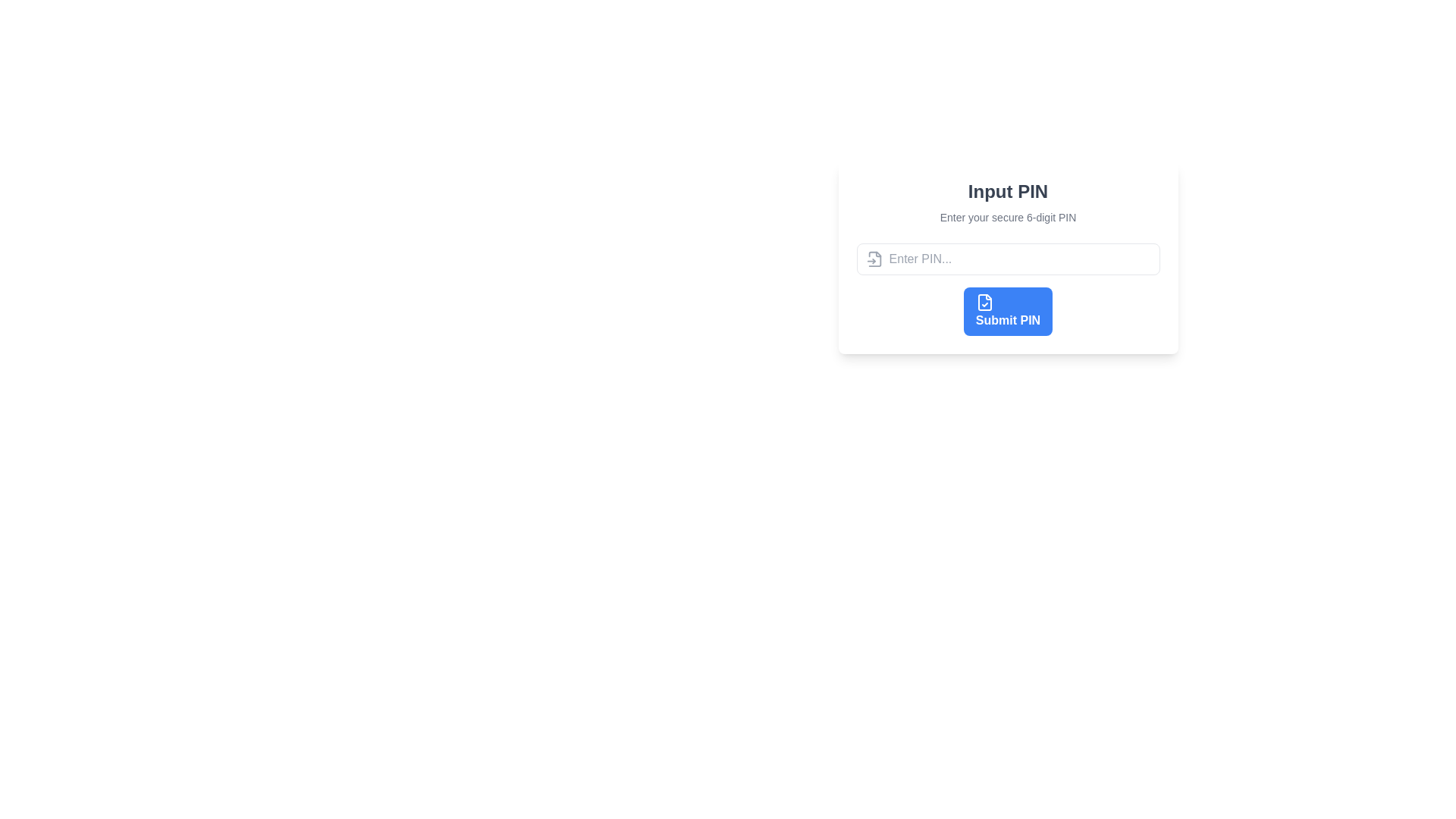 Image resolution: width=1456 pixels, height=819 pixels. Describe the element at coordinates (1008, 311) in the screenshot. I see `the submit button located at the bottom of the vertical group layout` at that location.